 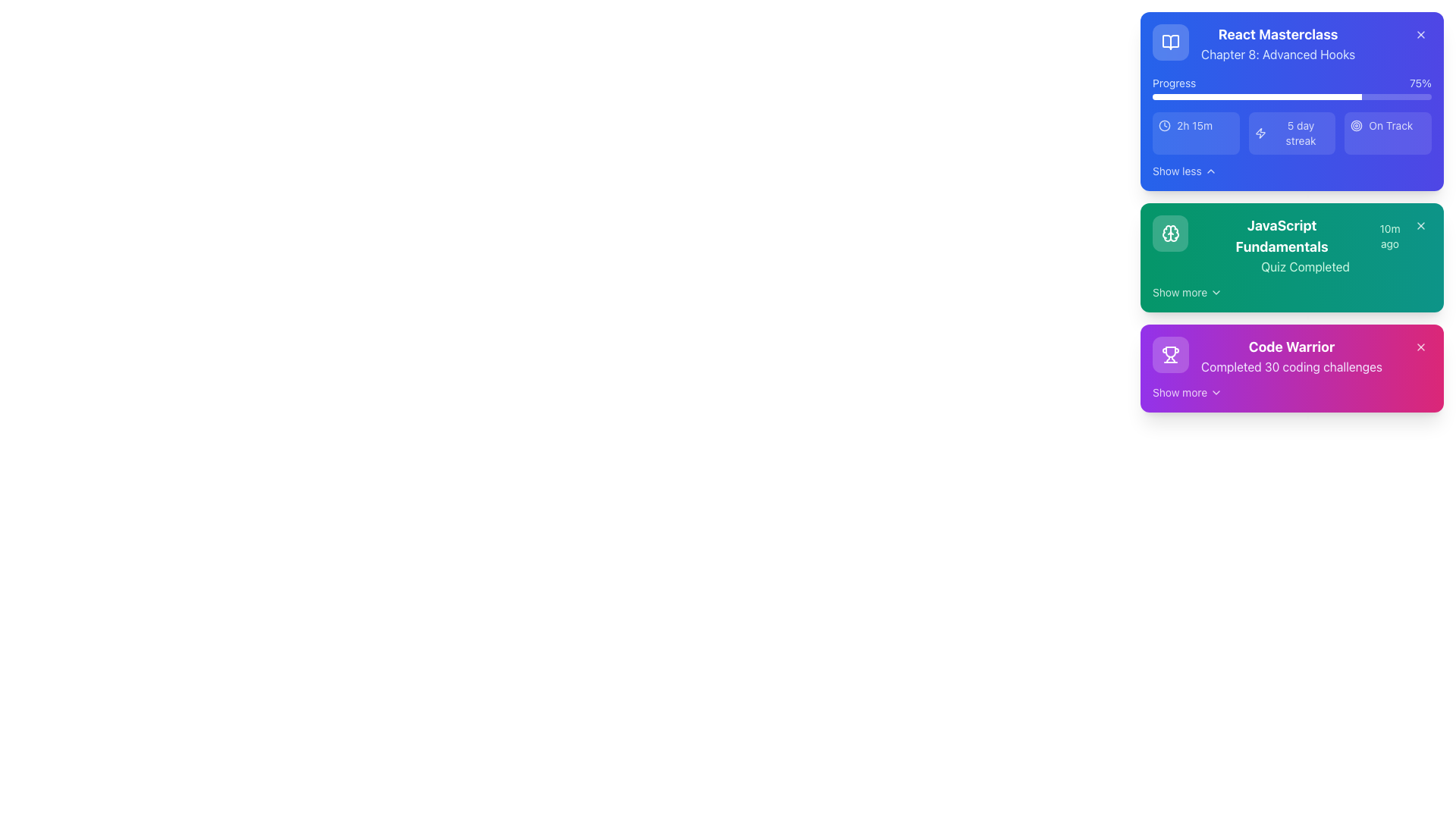 What do you see at coordinates (1420, 225) in the screenshot?
I see `the circular button with an 'X' icon located in the top-right corner of the 'JavaScript Fundamentals' green card component` at bounding box center [1420, 225].